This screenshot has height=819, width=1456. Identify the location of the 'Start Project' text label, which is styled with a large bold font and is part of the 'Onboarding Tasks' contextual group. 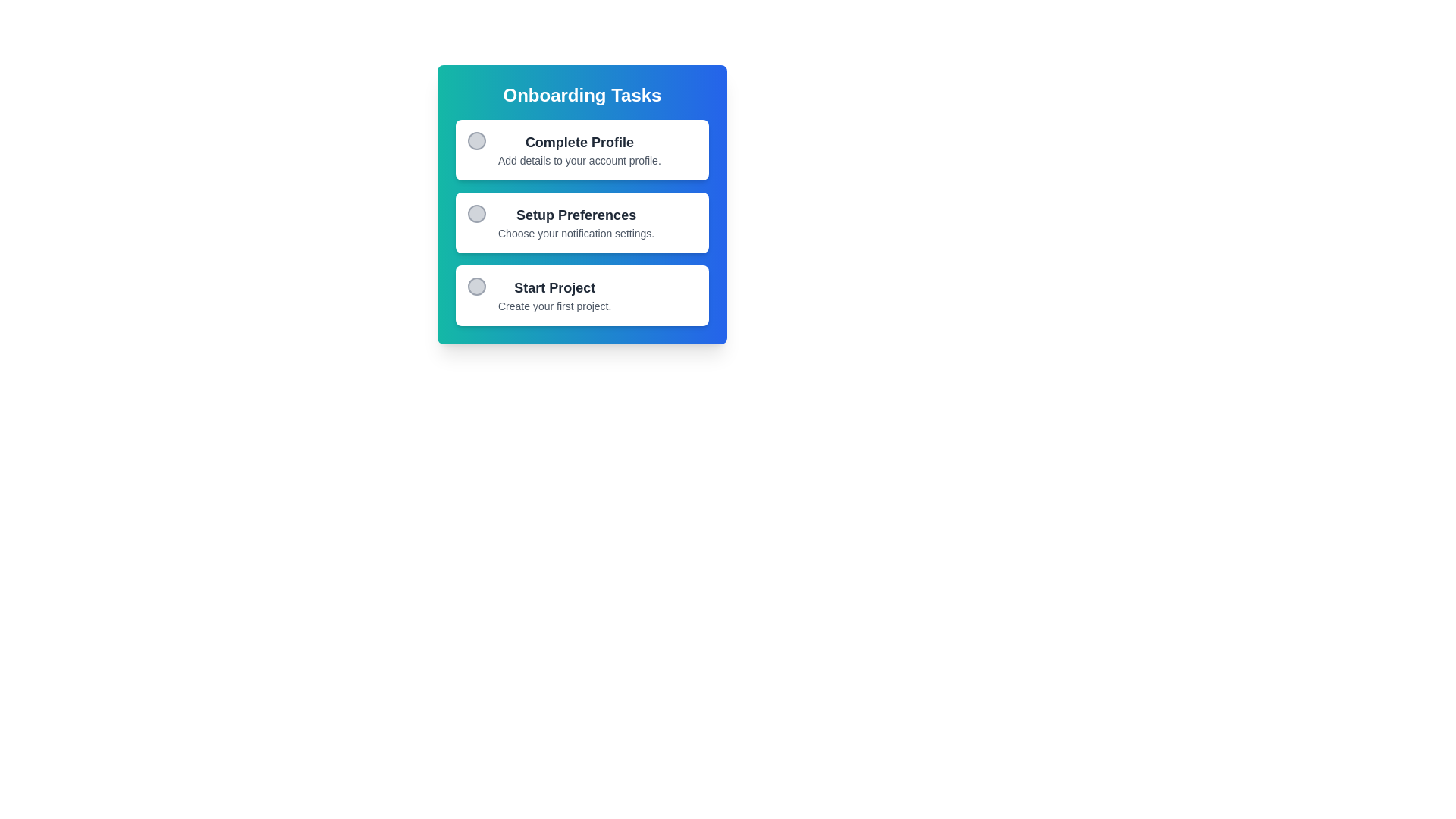
(554, 288).